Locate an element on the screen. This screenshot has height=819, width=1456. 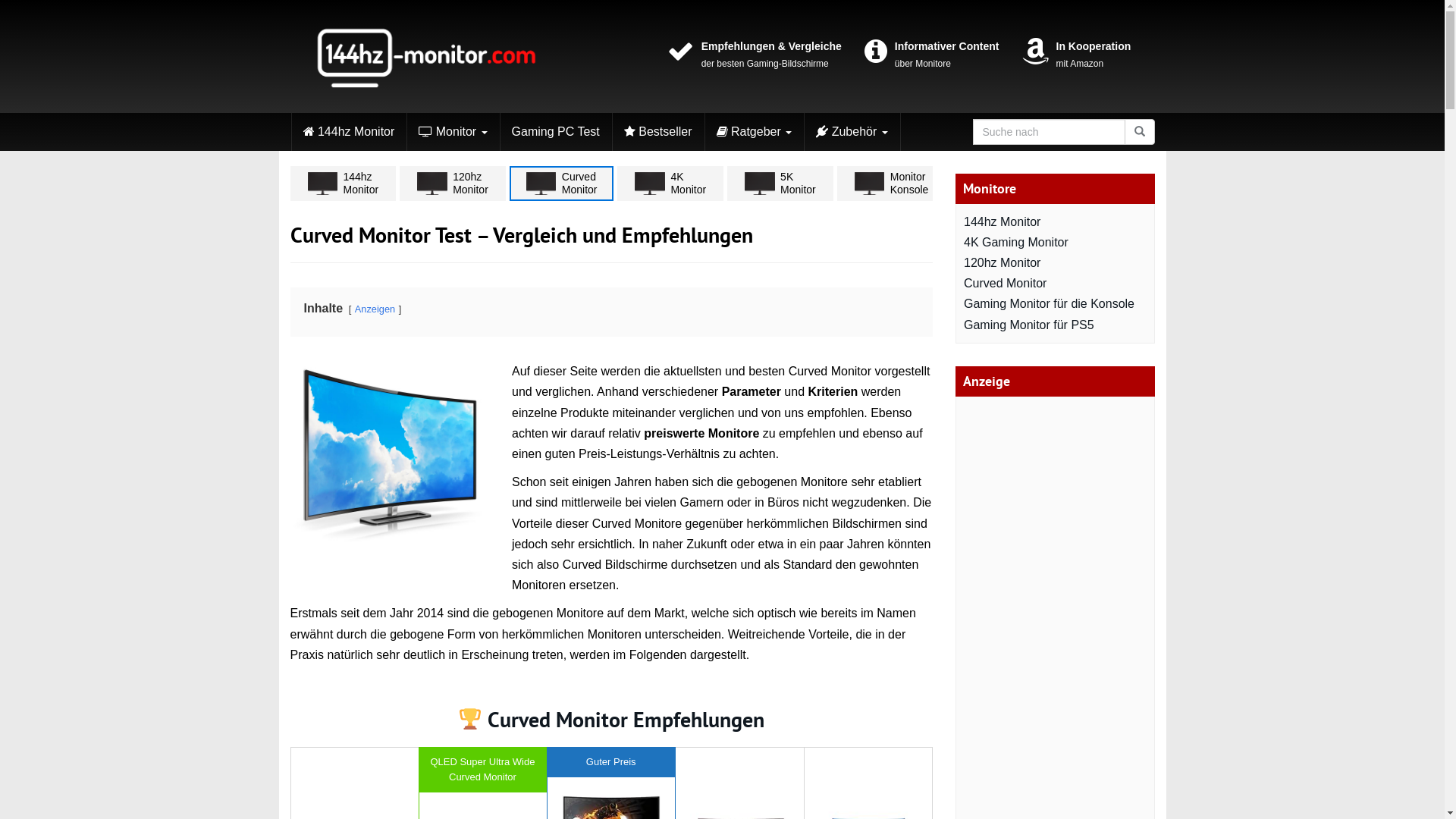
'144hz-monitor.com' is located at coordinates (425, 55).